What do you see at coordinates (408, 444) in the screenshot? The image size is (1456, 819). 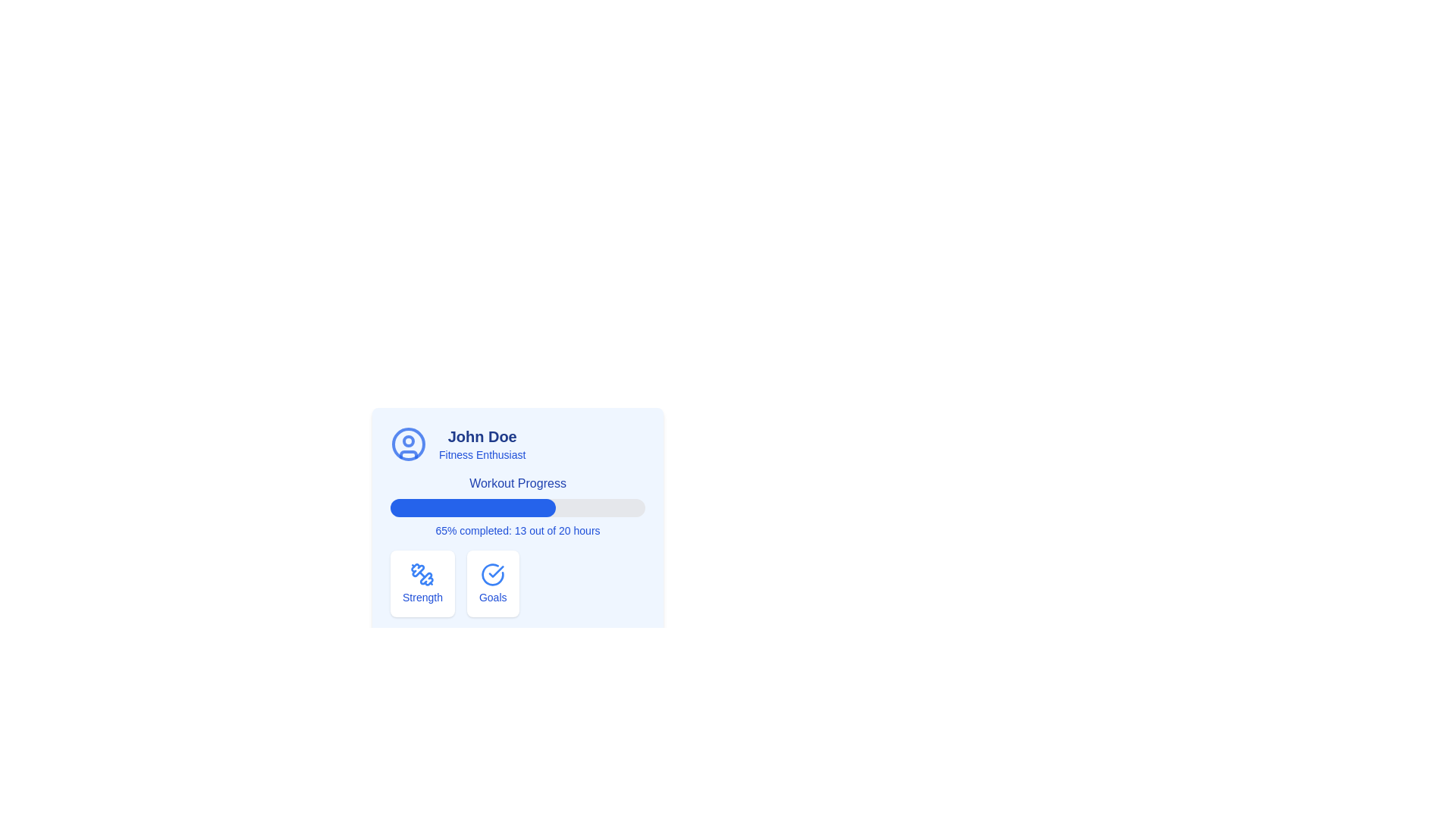 I see `the outermost circle of the user profile icon representing 'John Doe' in the SVG` at bounding box center [408, 444].